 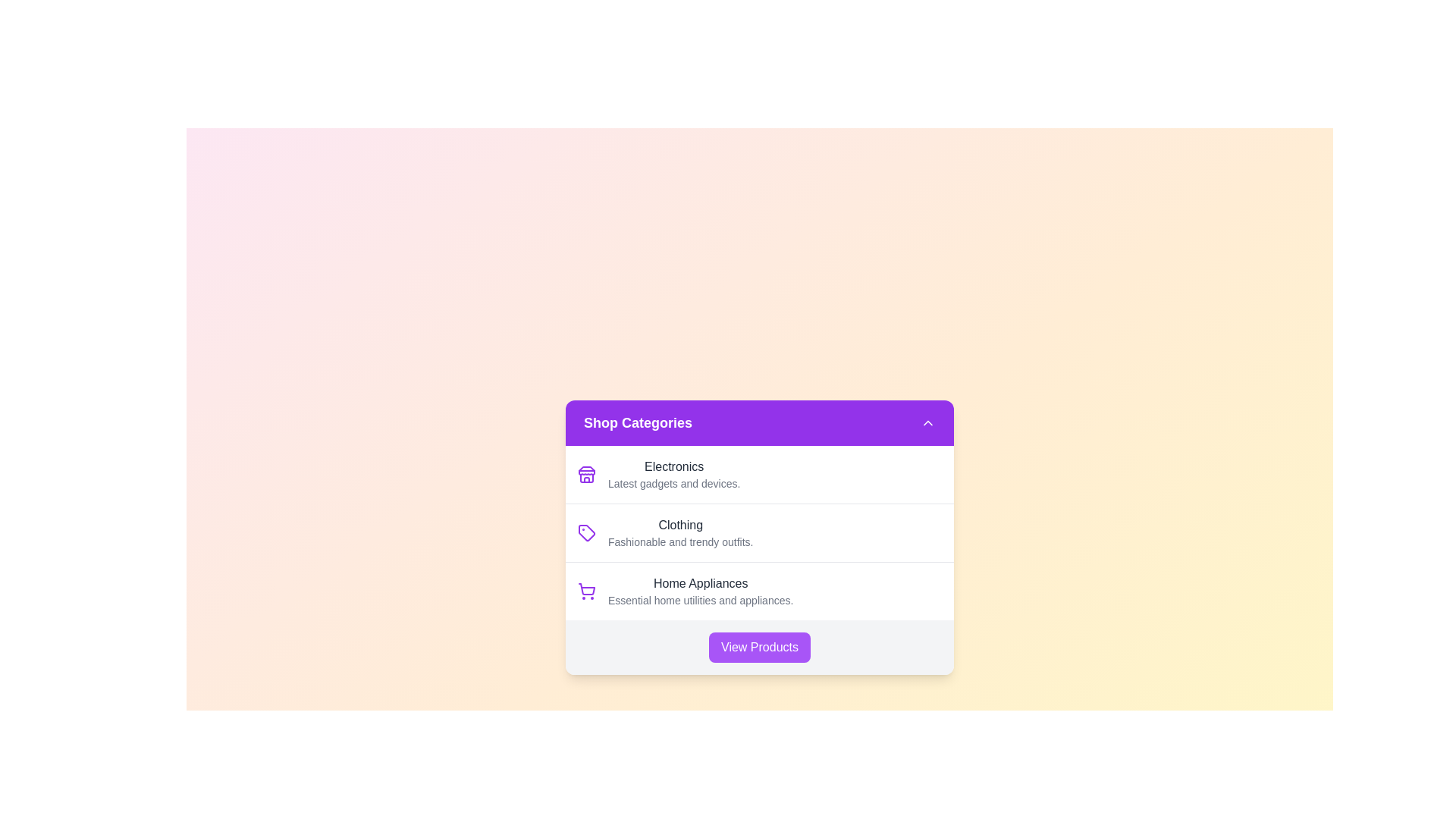 What do you see at coordinates (673, 466) in the screenshot?
I see `the text element labeled Electronics` at bounding box center [673, 466].